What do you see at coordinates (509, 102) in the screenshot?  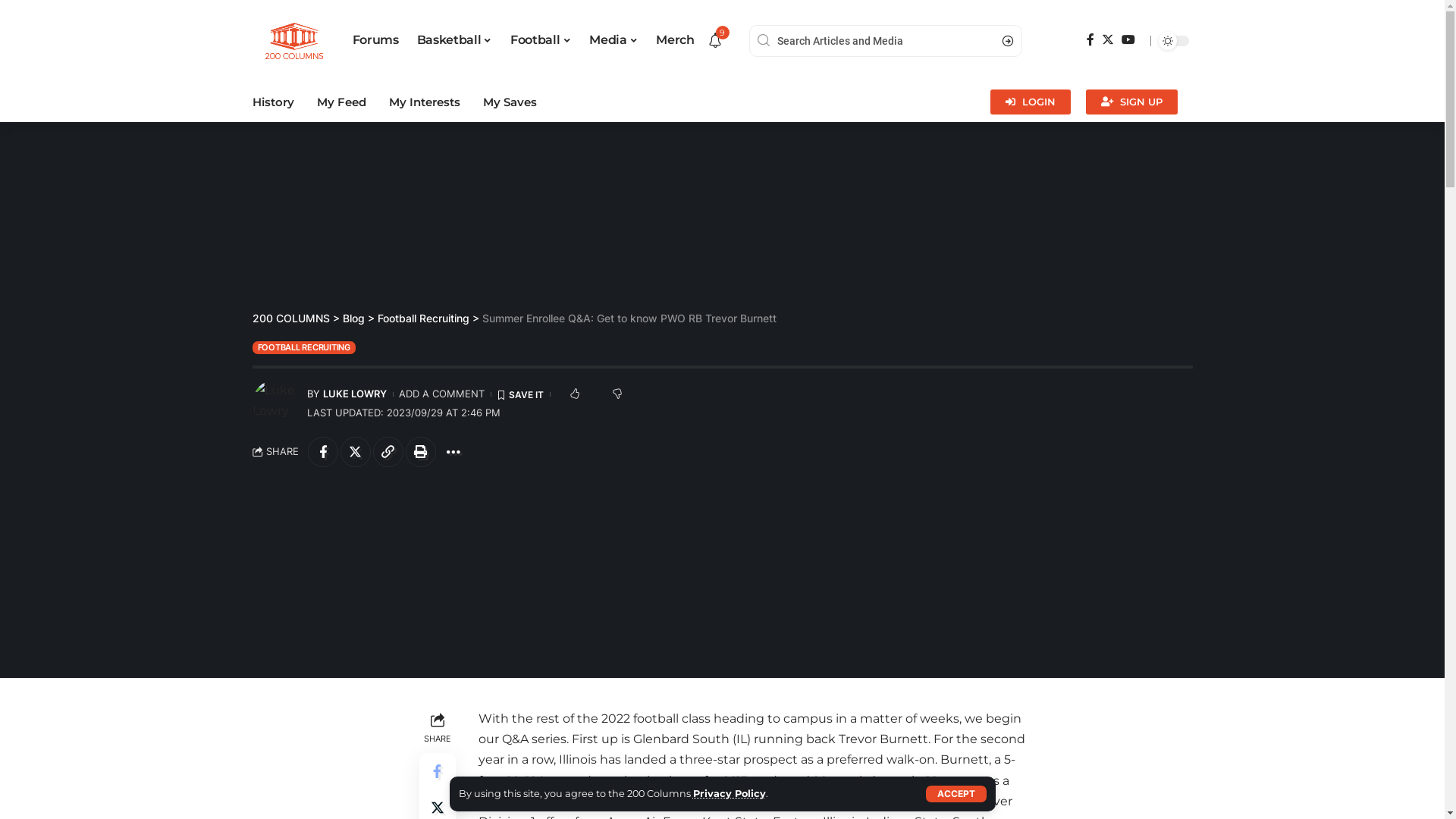 I see `'My Saves'` at bounding box center [509, 102].